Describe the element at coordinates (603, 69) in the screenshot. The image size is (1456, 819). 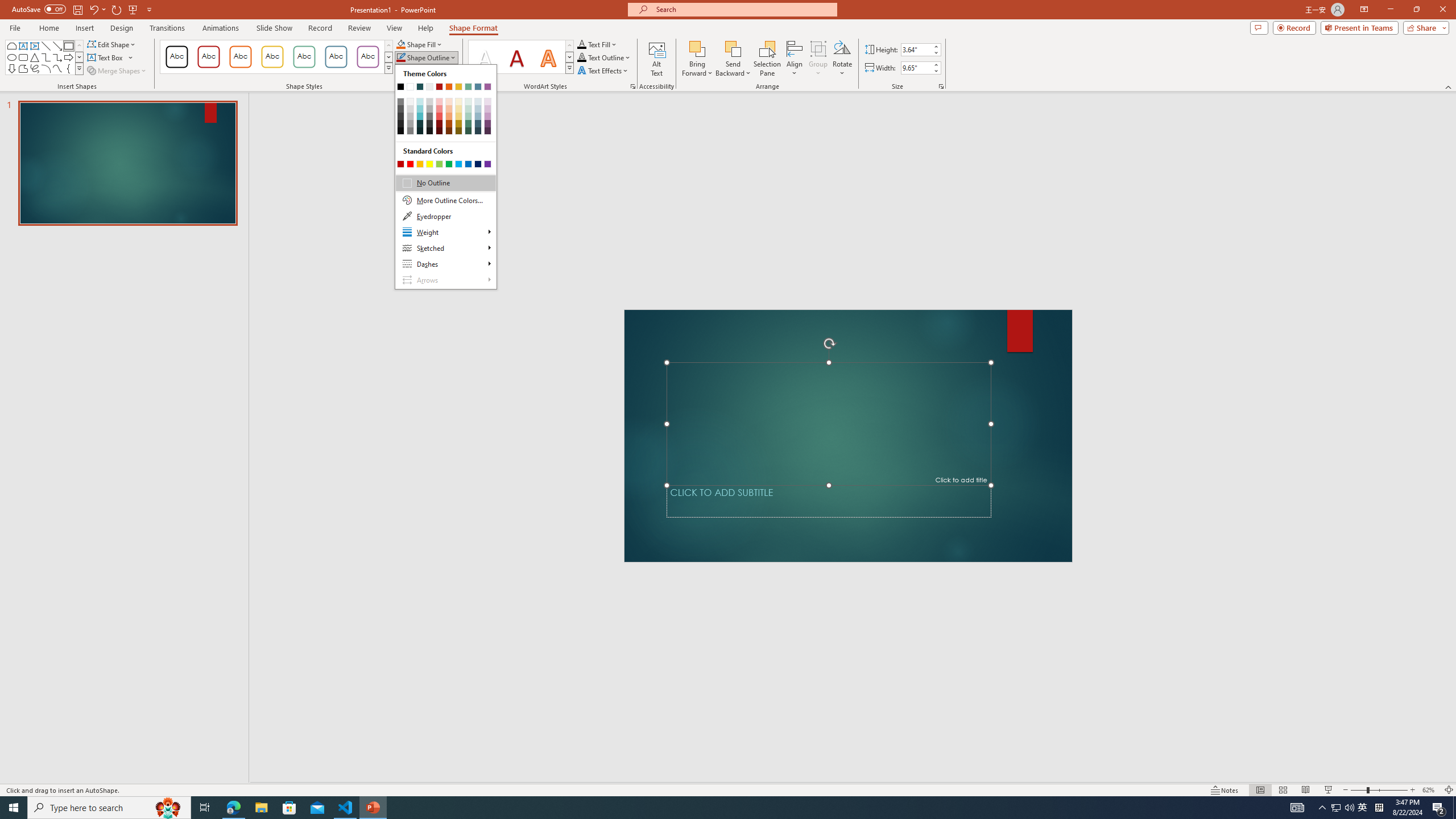
I see `'Text Effects'` at that location.